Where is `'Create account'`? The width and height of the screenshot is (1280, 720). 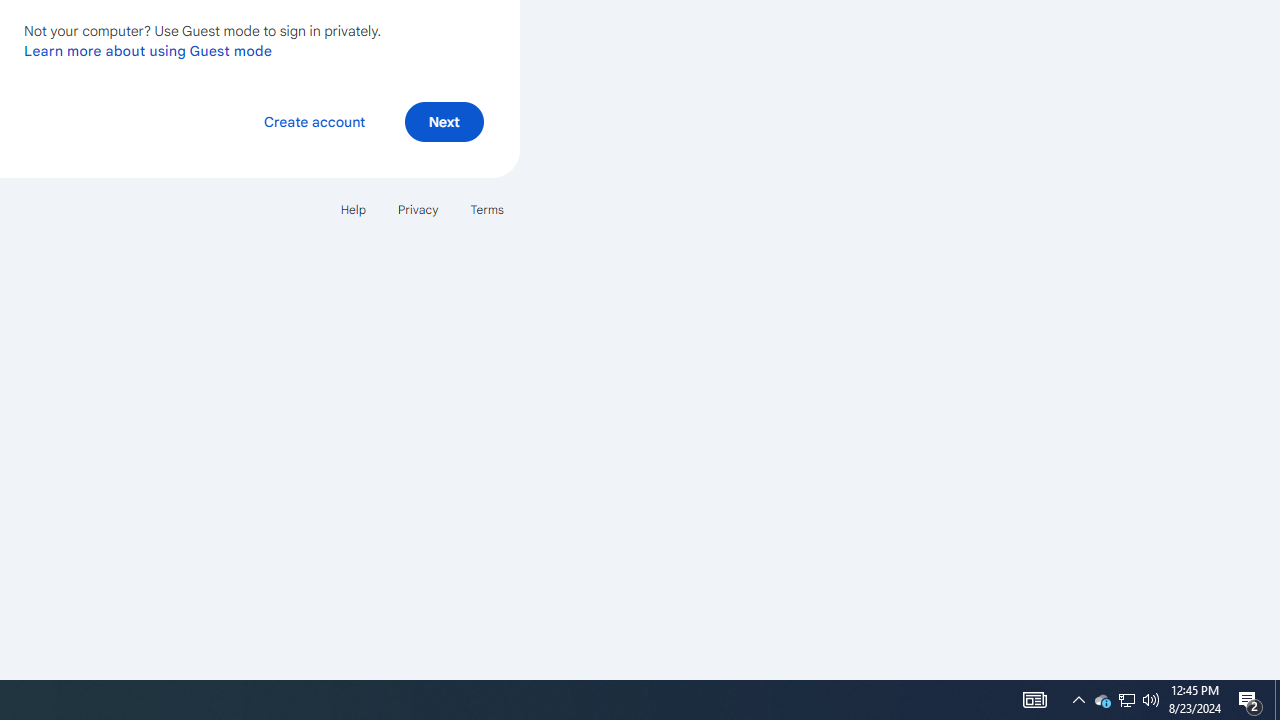 'Create account' is located at coordinates (313, 122).